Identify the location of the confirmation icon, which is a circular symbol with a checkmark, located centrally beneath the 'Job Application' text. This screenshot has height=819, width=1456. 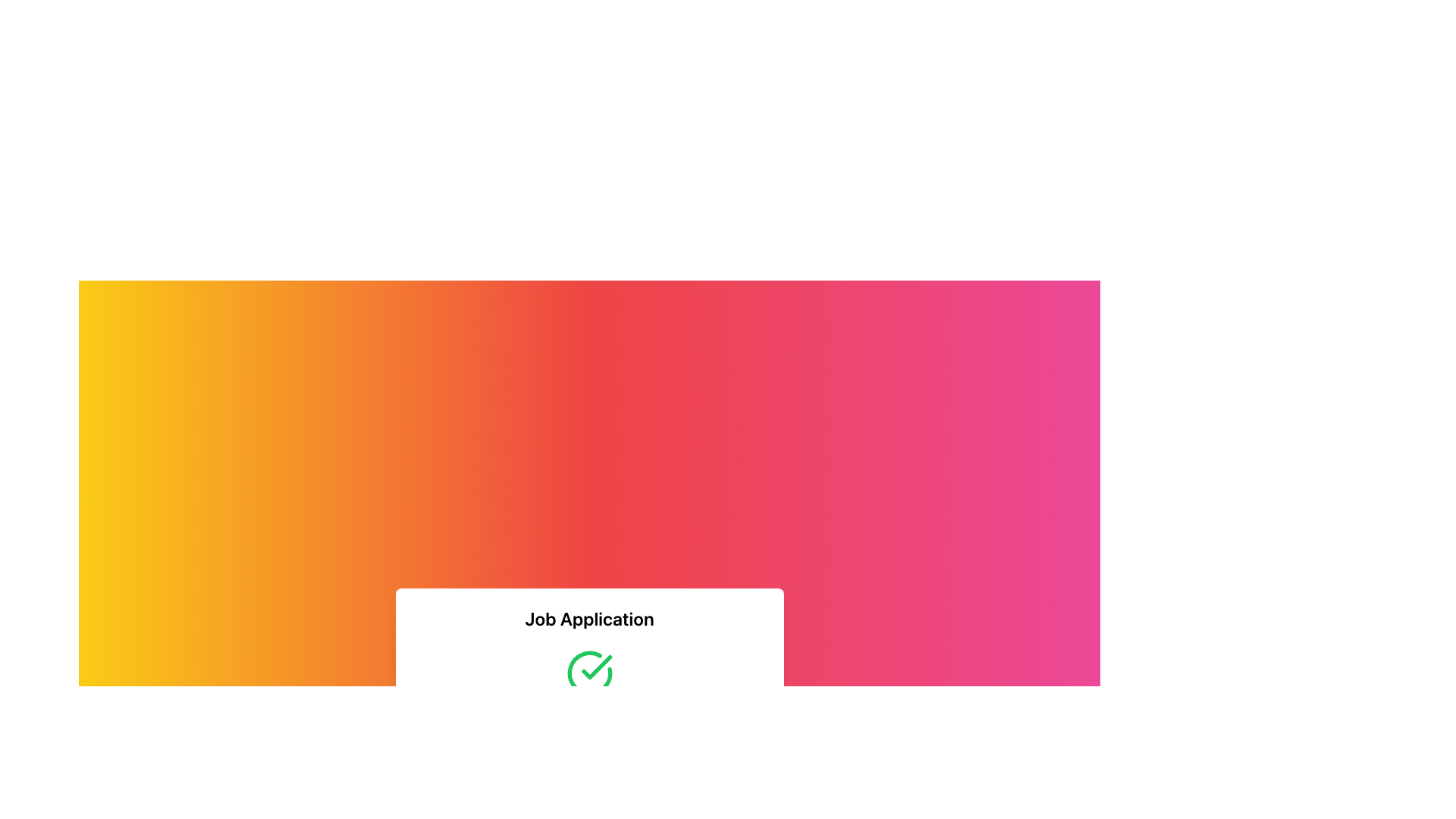
(588, 672).